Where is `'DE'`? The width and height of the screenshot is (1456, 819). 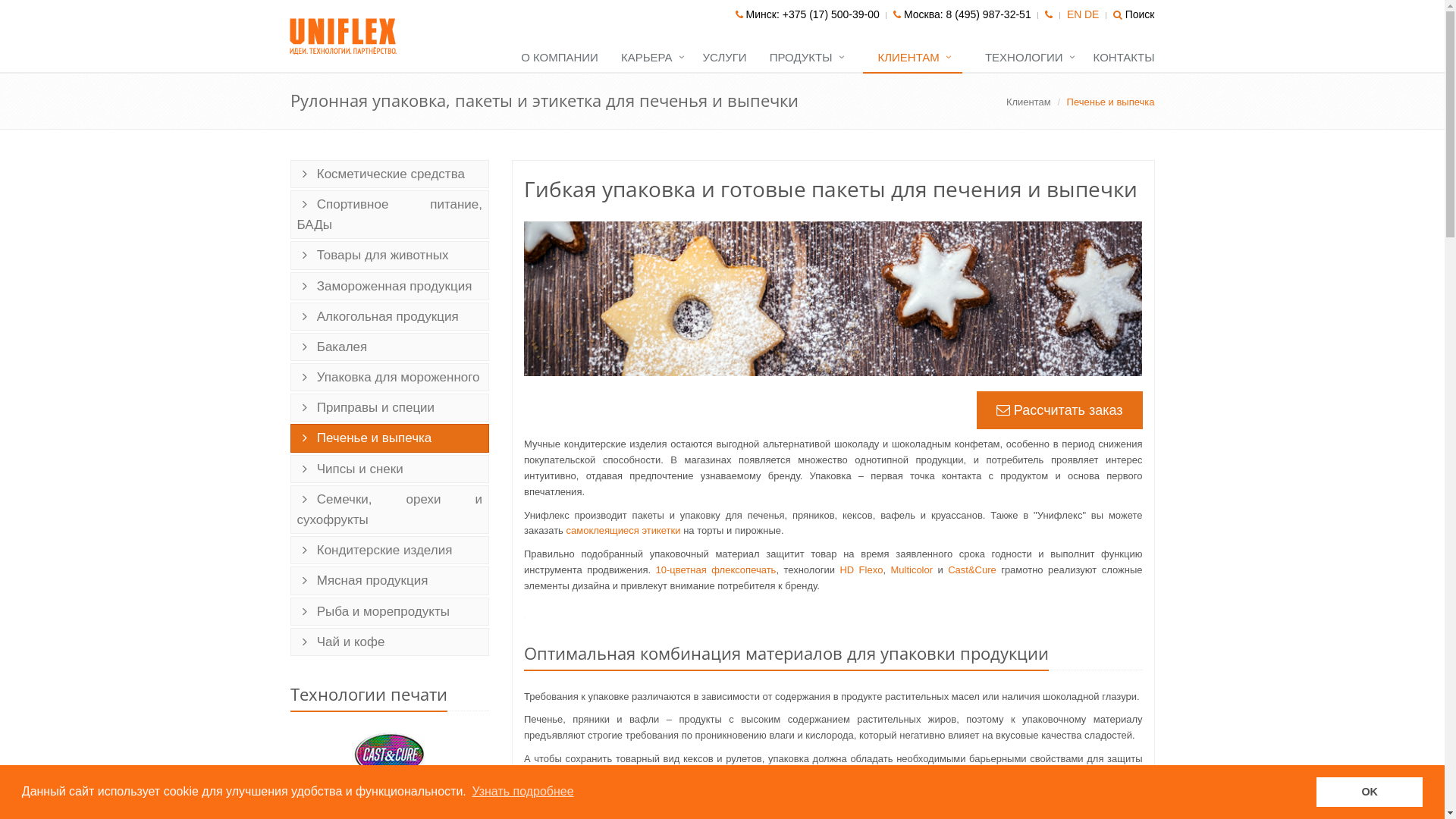
'DE' is located at coordinates (1090, 14).